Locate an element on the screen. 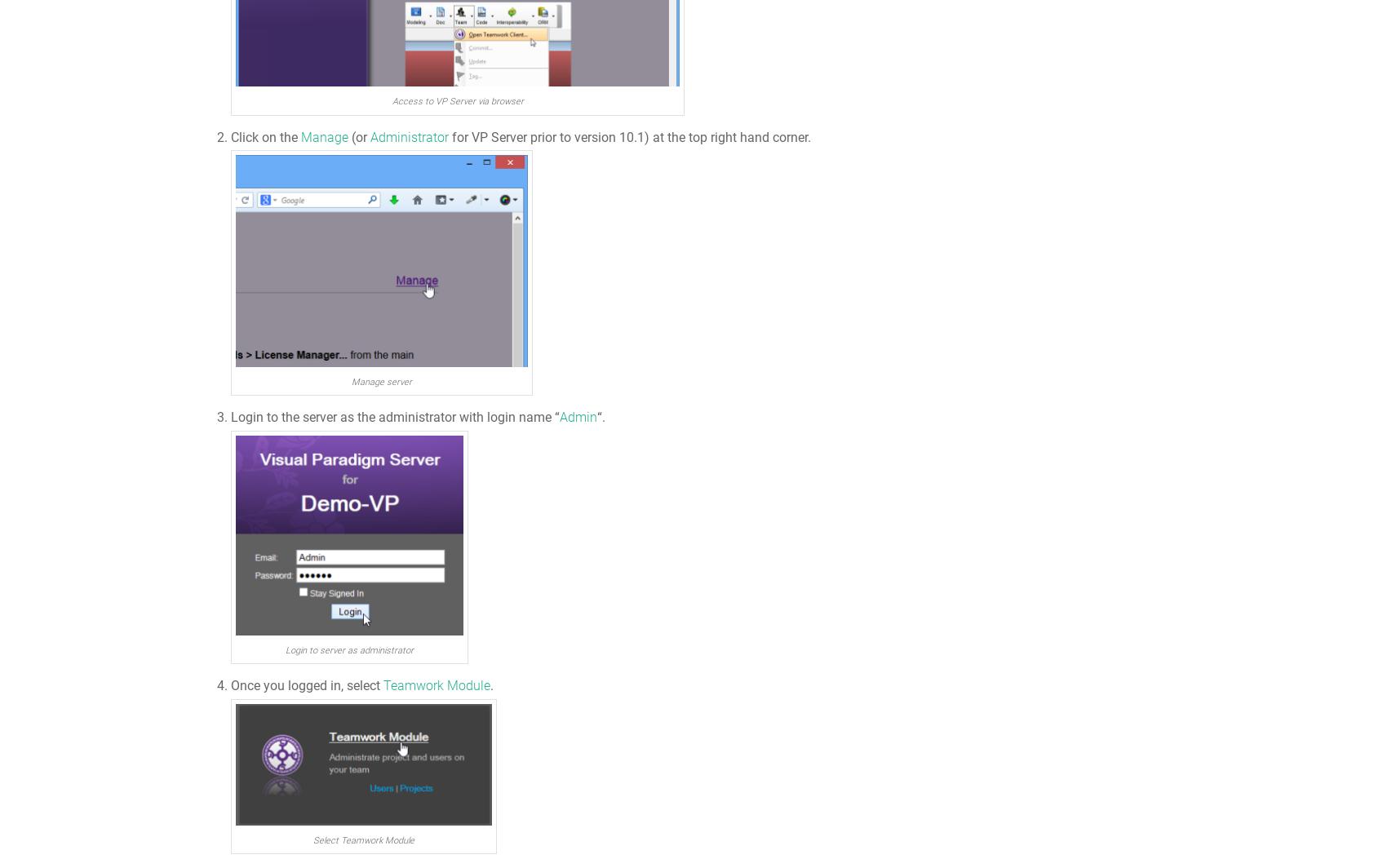 The image size is (1374, 868). 'Manage server' is located at coordinates (380, 381).